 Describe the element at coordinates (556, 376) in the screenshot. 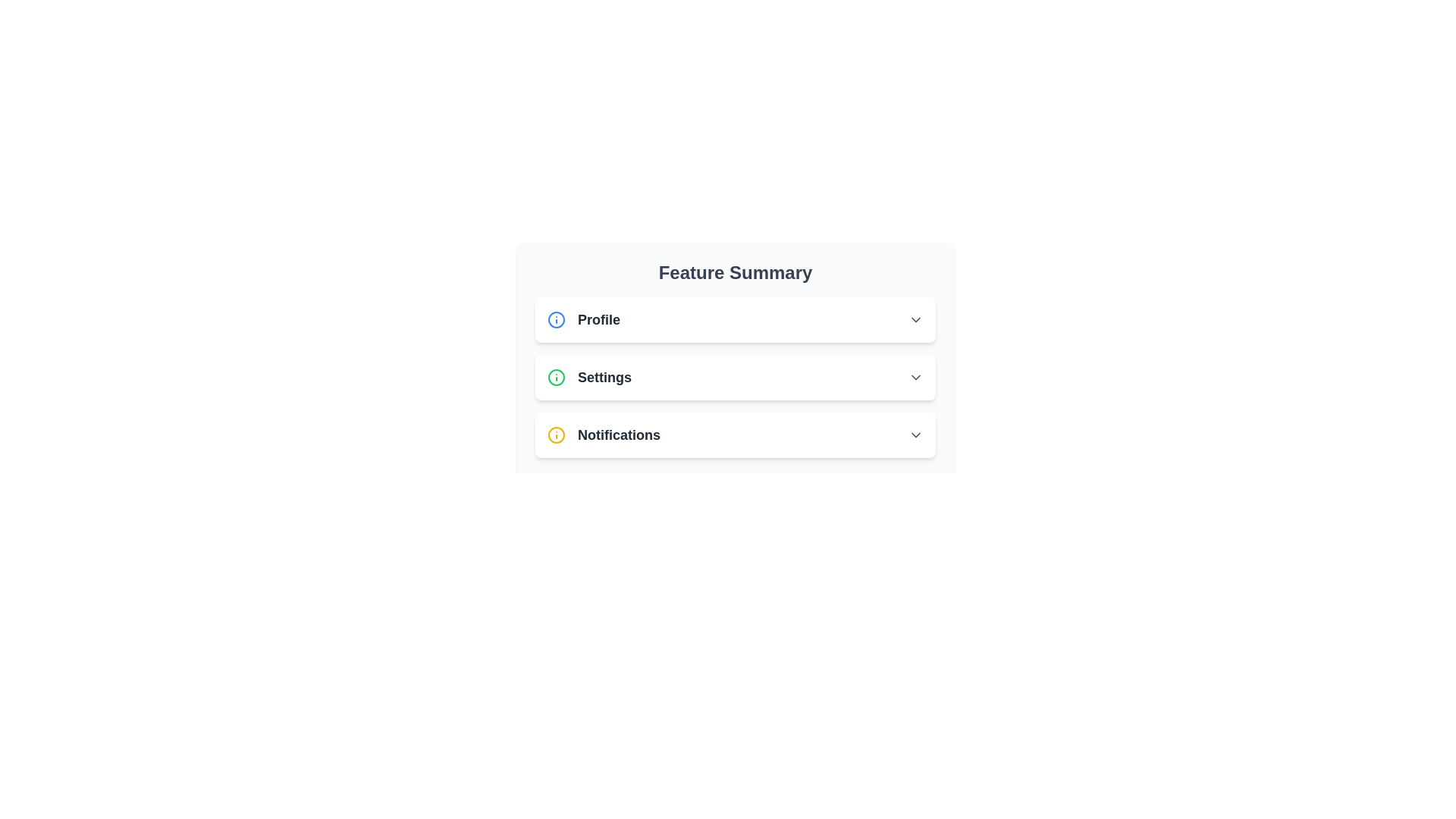

I see `the circular vector graphic element that is part of the 'information' icon, positioned in the second row next to the 'Settings' label` at that location.